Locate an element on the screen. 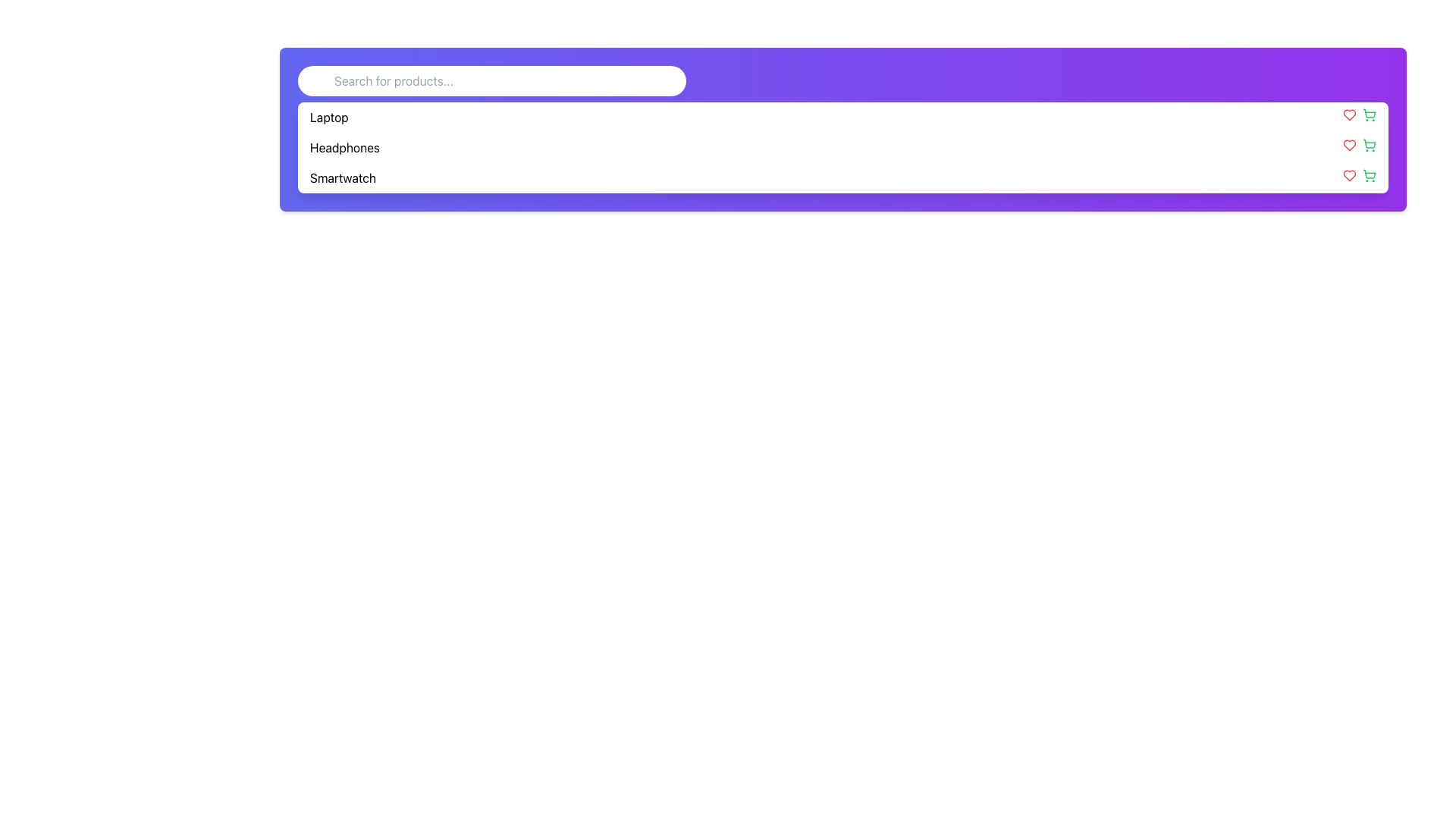 The height and width of the screenshot is (819, 1456). the 'Laptop' text label, which is the first option in a dropdown list under the search bar is located at coordinates (328, 116).